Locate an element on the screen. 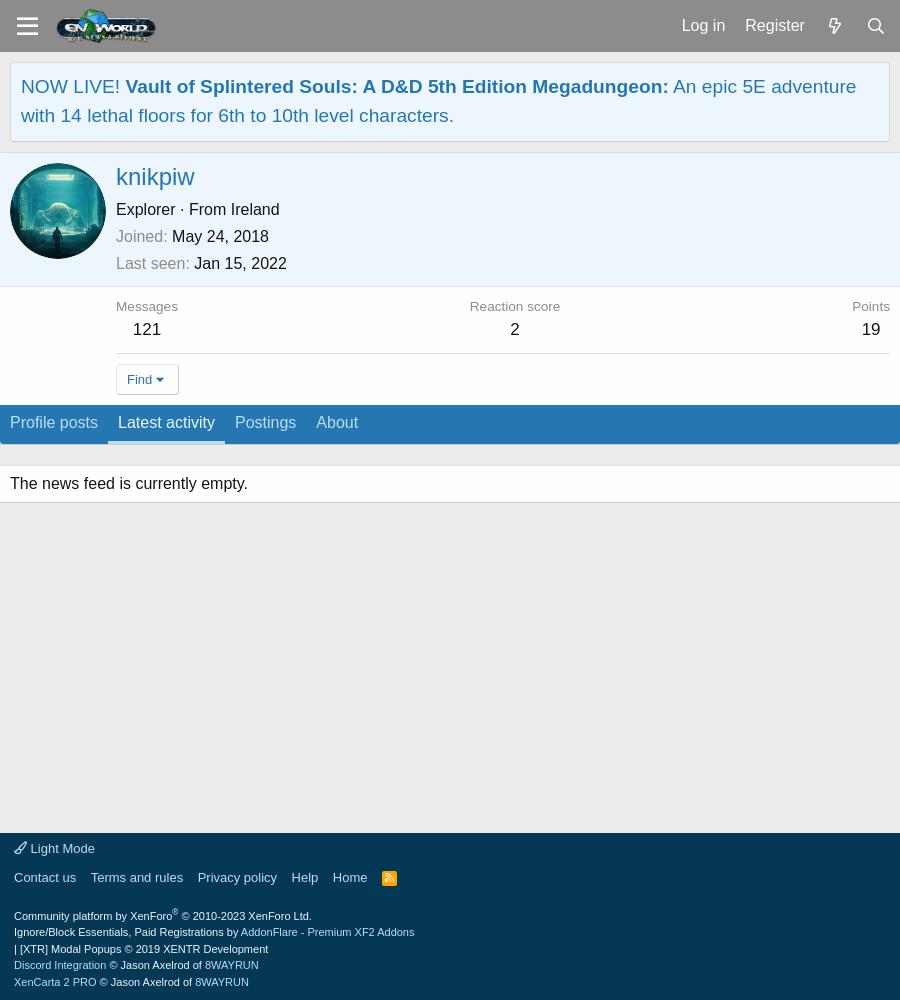 The image size is (900, 1000). 'Latest activity' is located at coordinates (165, 422).